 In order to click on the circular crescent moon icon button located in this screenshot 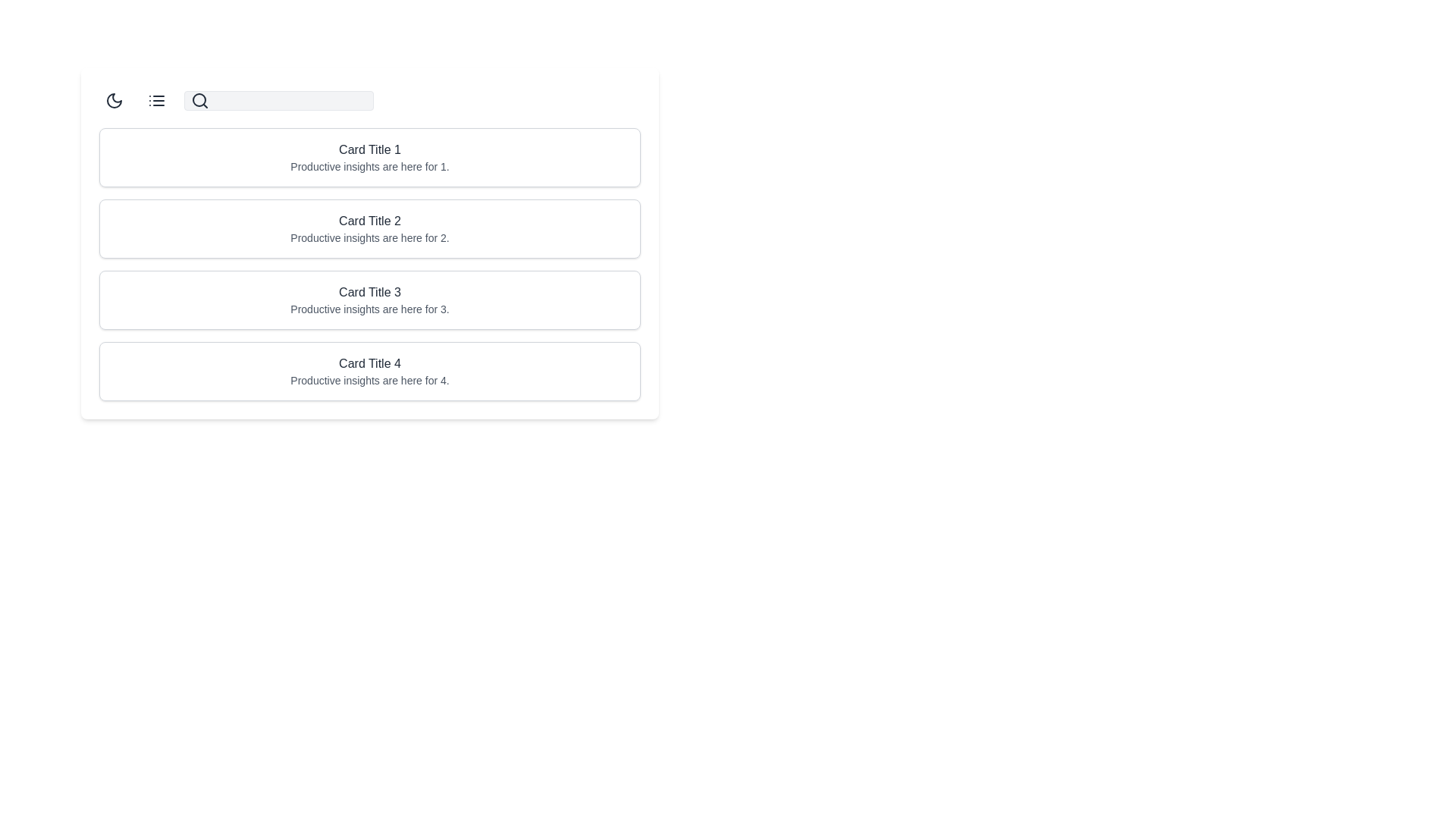, I will do `click(113, 100)`.